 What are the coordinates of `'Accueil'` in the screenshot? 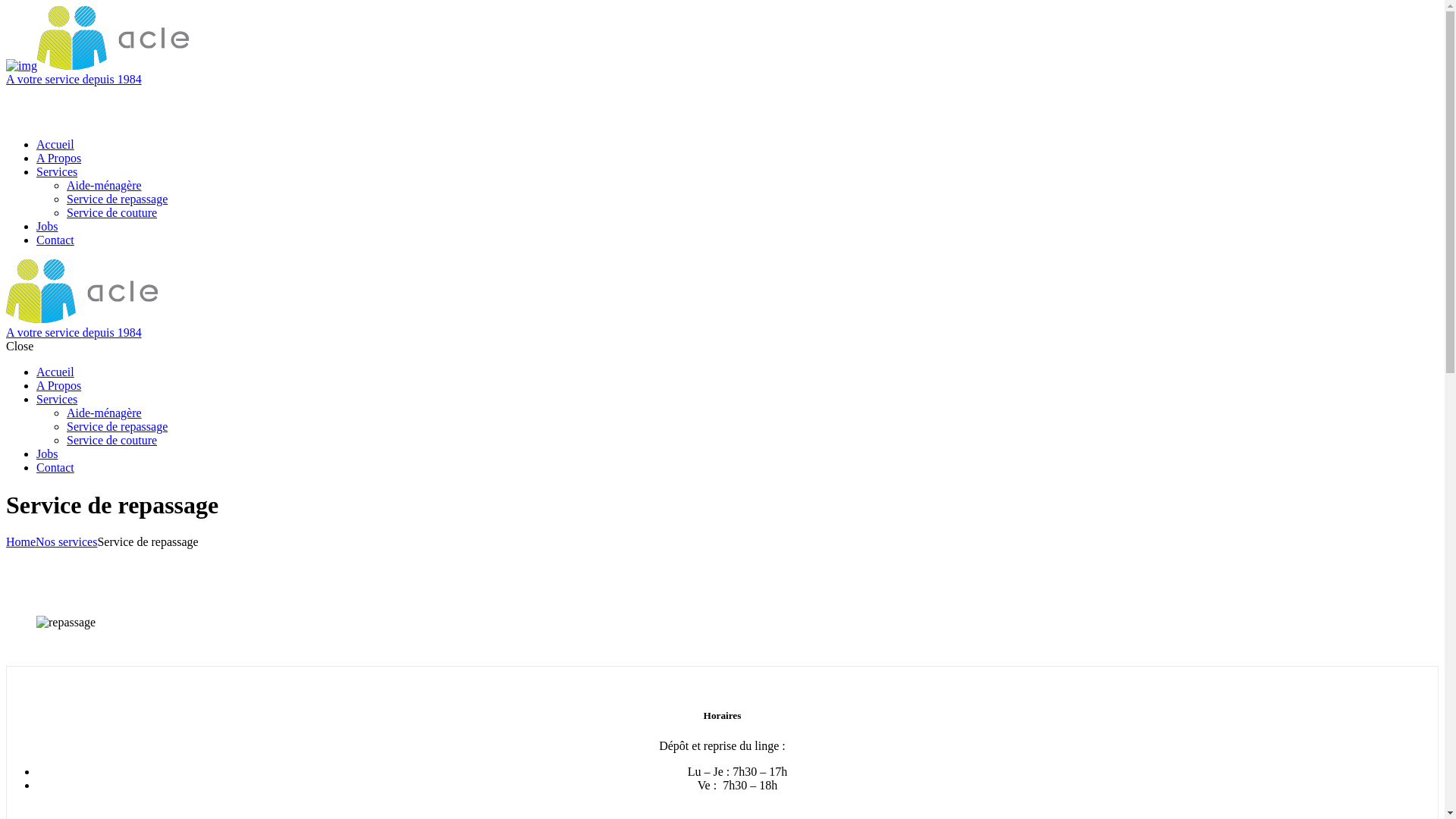 It's located at (55, 144).